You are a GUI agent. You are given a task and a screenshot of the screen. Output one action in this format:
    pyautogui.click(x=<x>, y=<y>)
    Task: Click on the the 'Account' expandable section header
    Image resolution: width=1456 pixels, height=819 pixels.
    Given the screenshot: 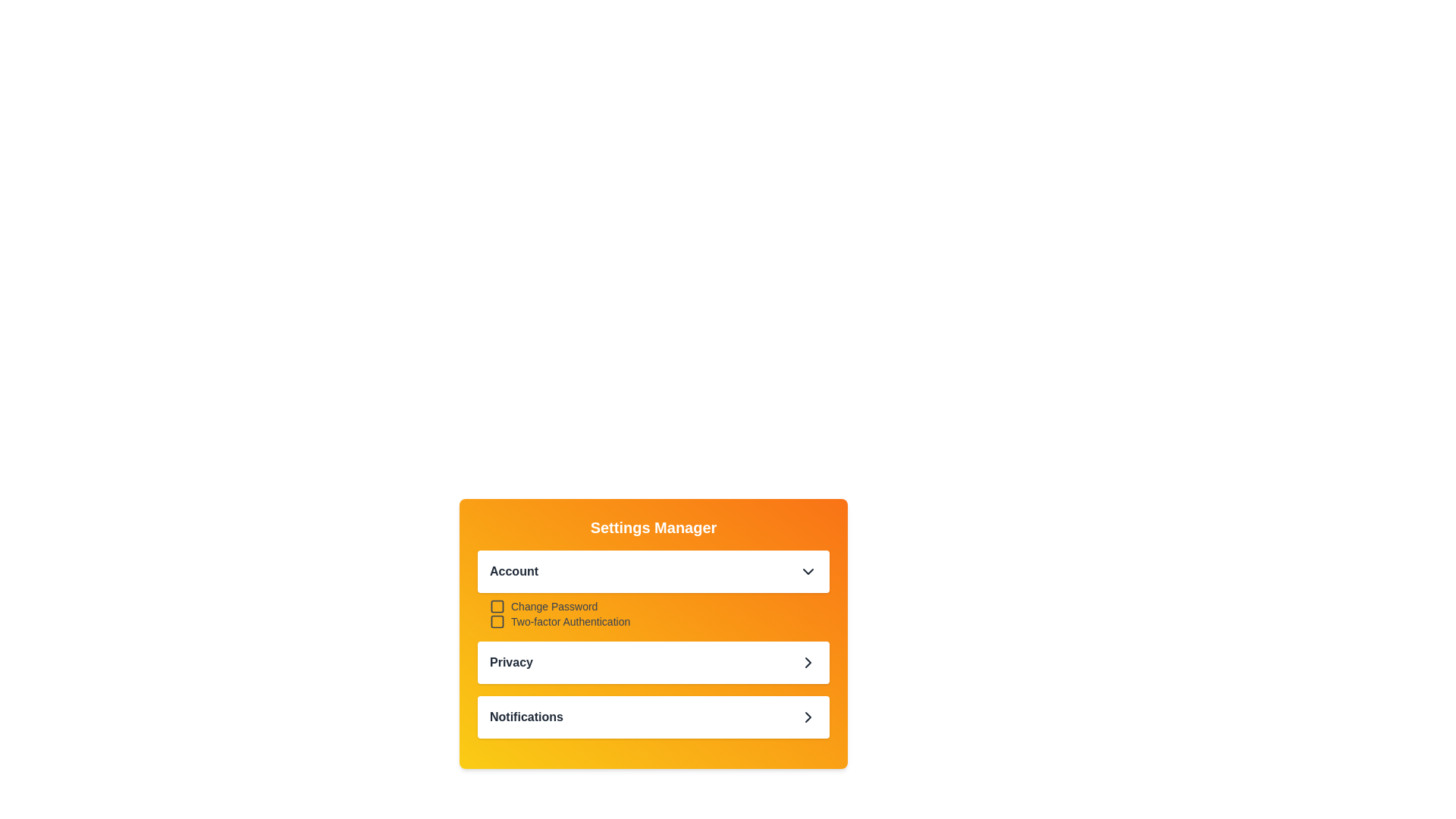 What is the action you would take?
    pyautogui.click(x=654, y=589)
    